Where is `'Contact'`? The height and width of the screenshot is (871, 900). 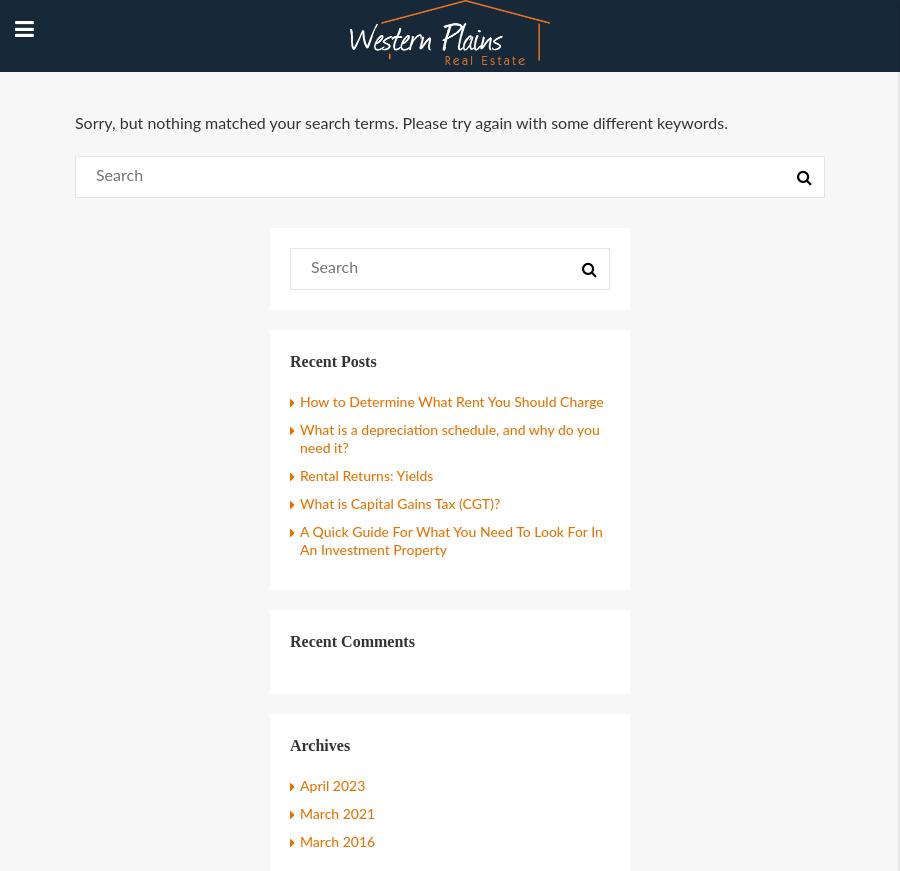 'Contact' is located at coordinates (45, 379).